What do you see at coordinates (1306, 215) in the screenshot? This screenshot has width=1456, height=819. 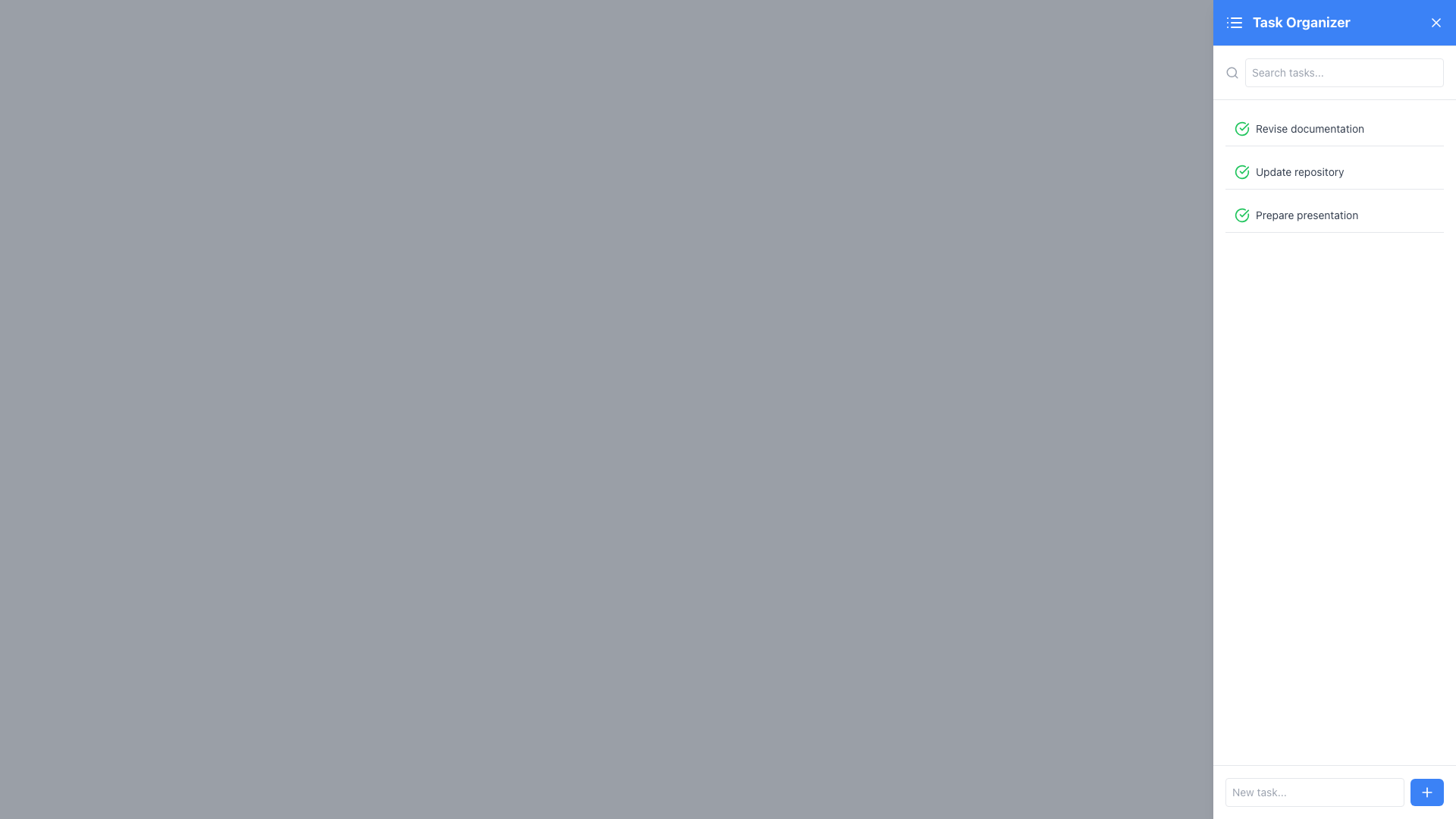 I see `the text label displaying 'Prepare presentation', which is the third item in a vertical list of tasks` at bounding box center [1306, 215].